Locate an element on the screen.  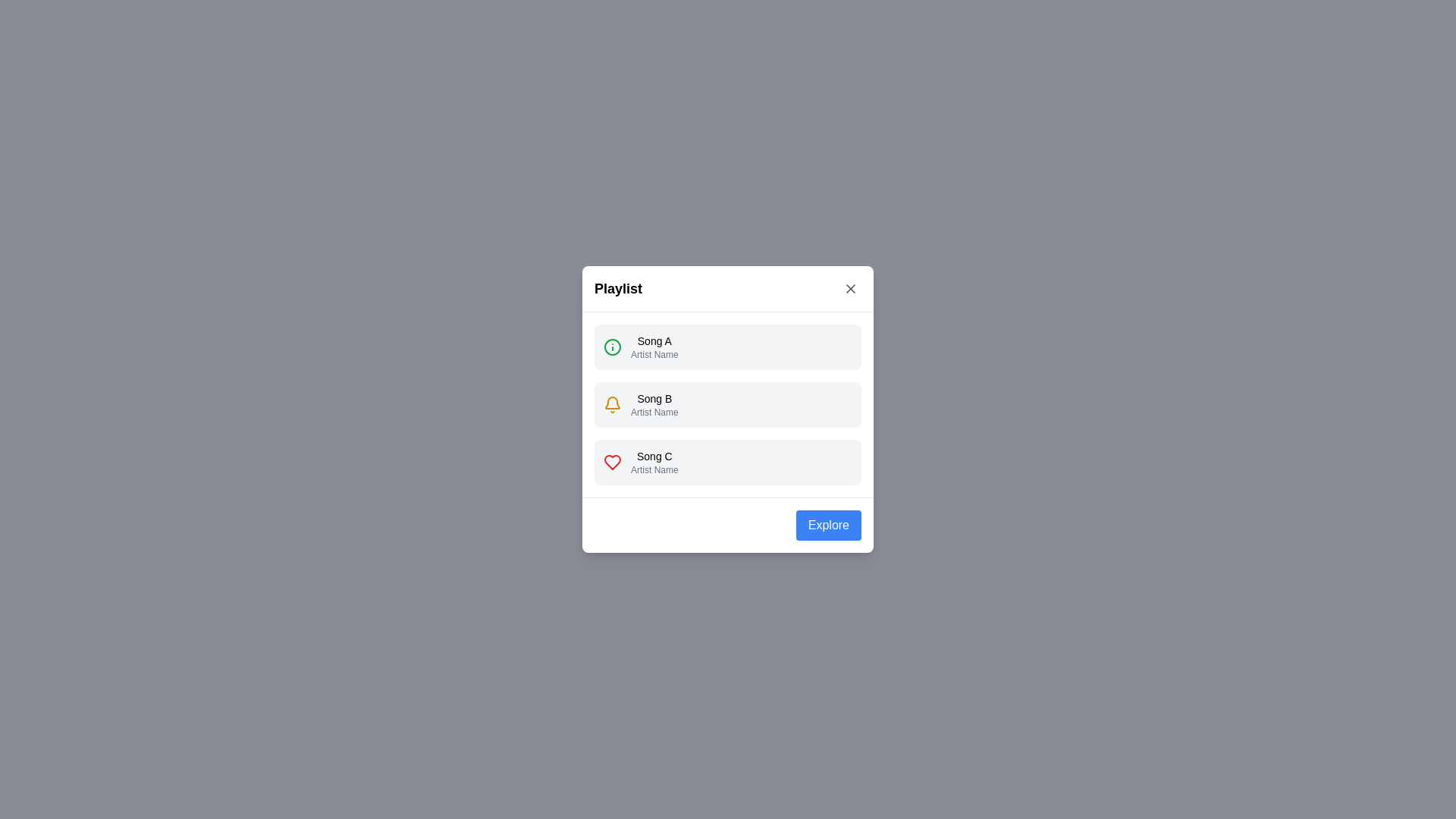
the 'Explore' button in the 'Playlist' modal window to trigger hover effects is located at coordinates (827, 525).